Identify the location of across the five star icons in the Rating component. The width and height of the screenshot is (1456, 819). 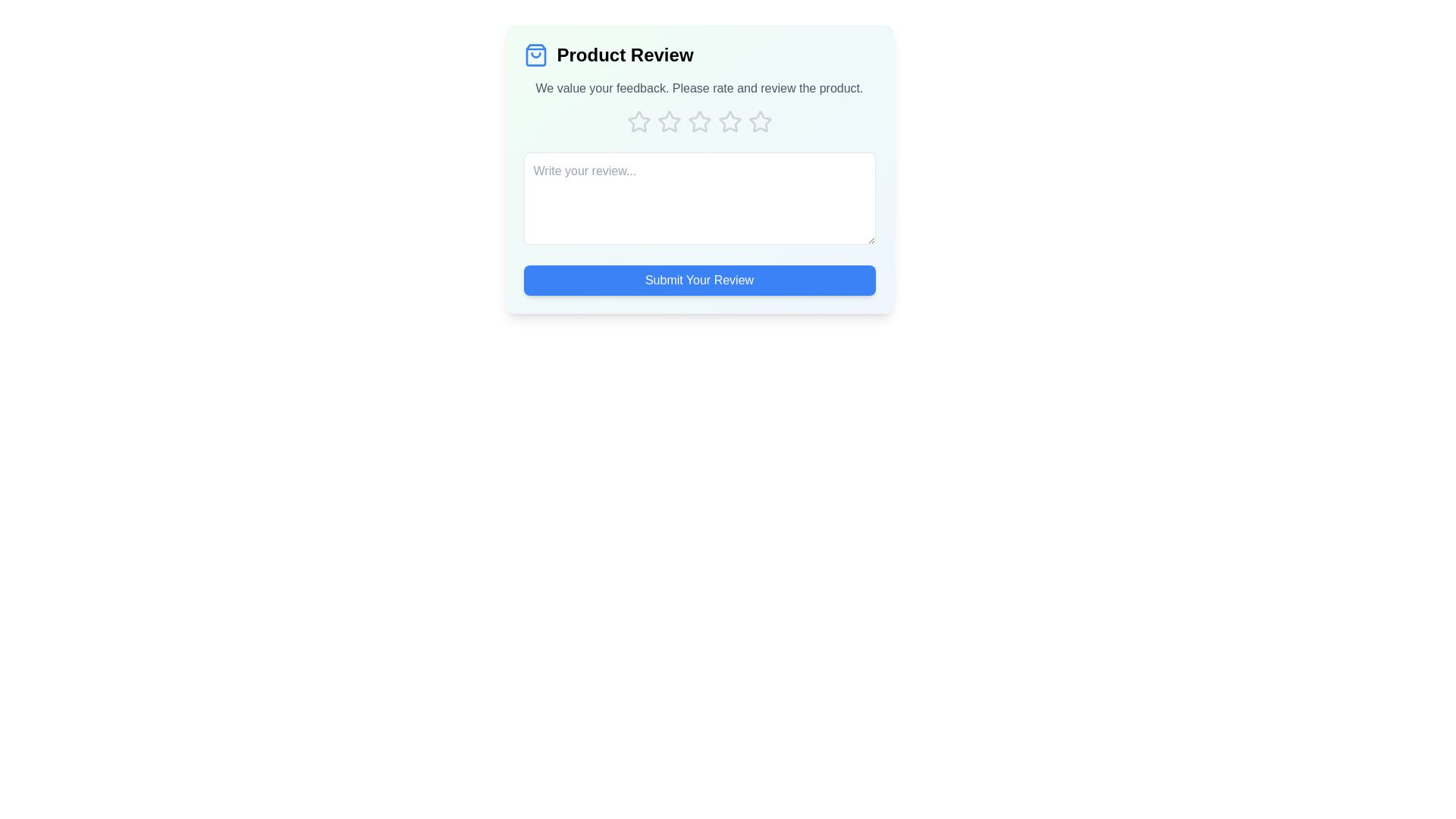
(698, 121).